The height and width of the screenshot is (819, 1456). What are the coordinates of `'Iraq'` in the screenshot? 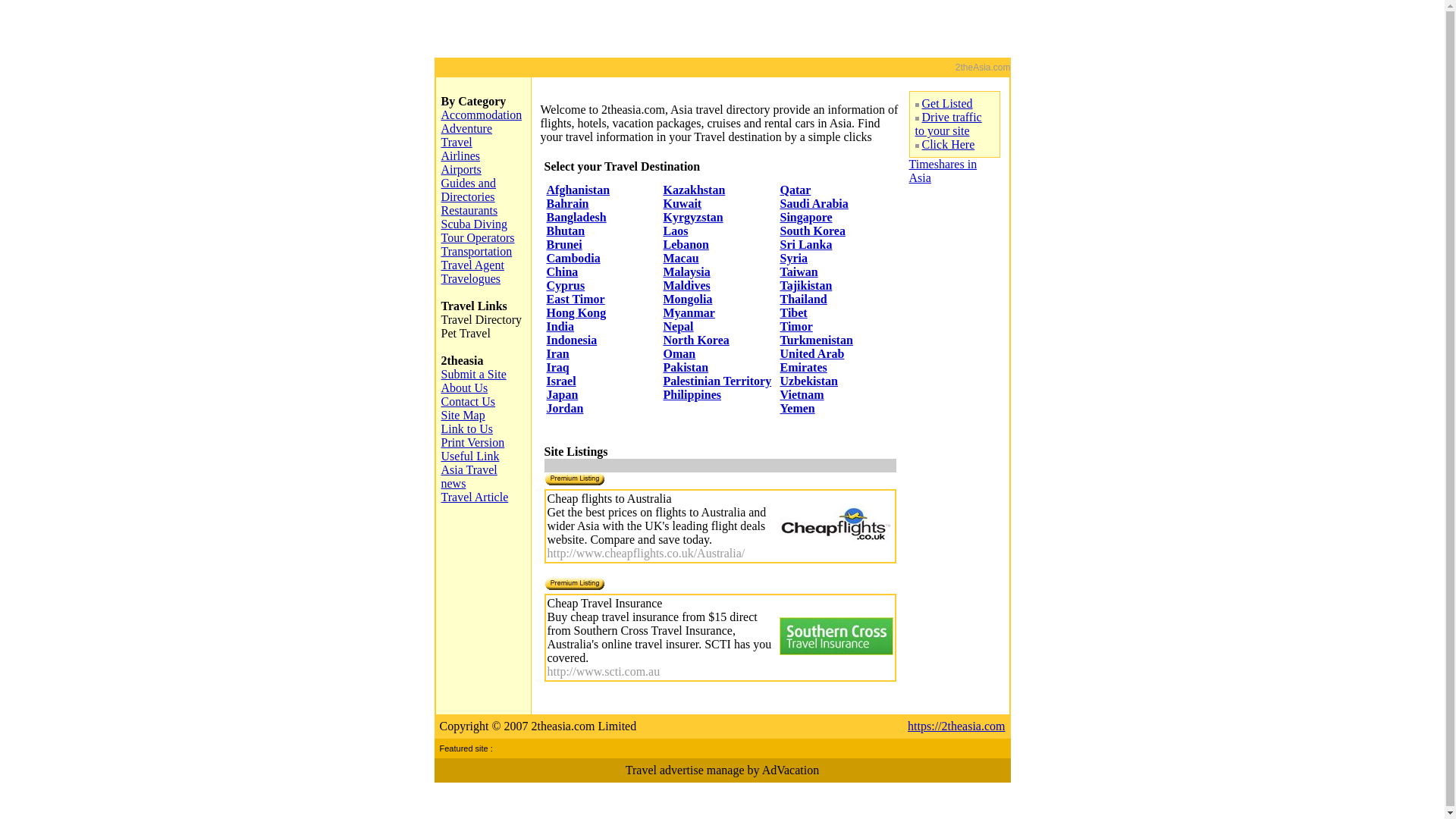 It's located at (556, 367).